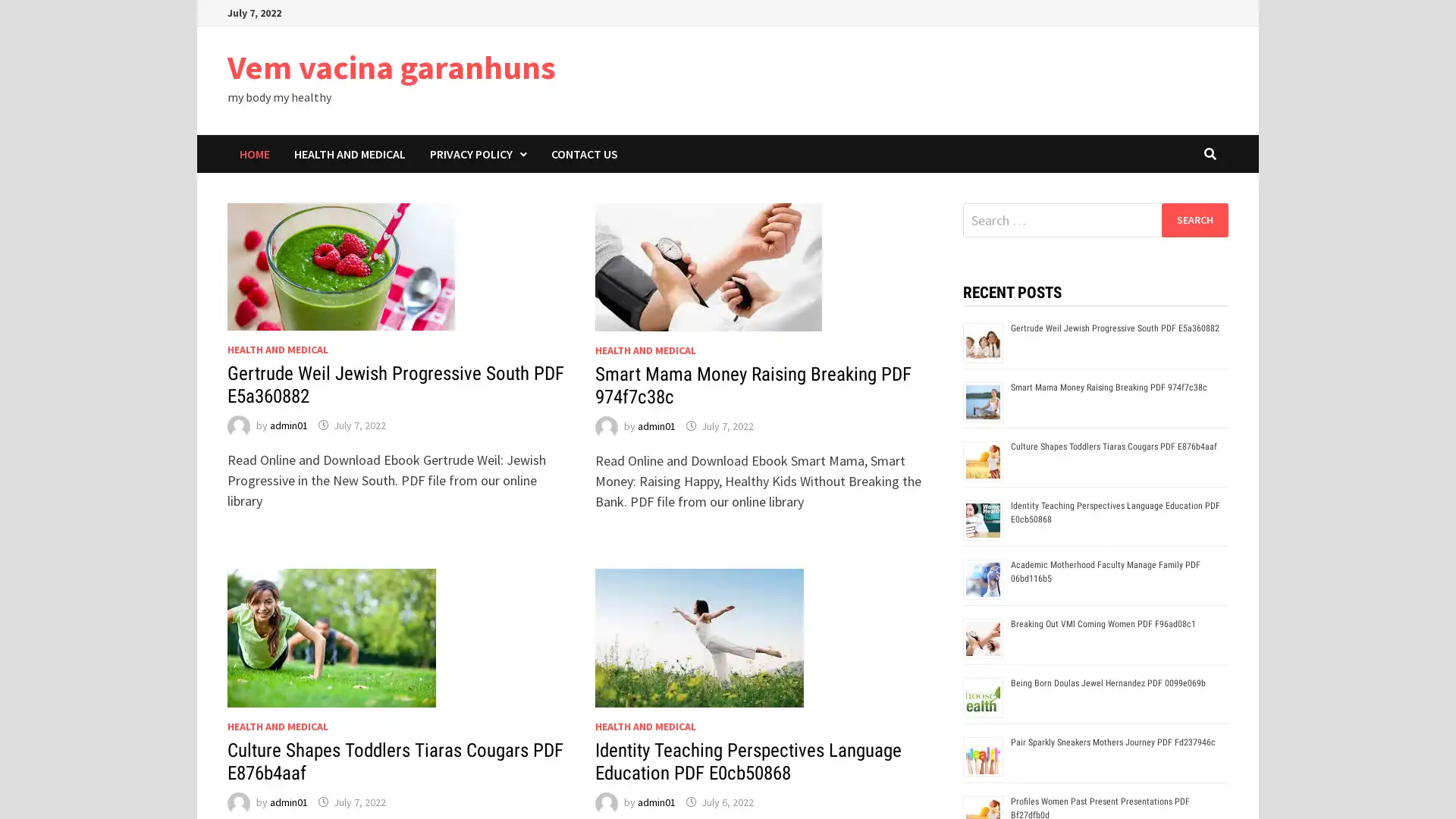 The width and height of the screenshot is (1456, 819). What do you see at coordinates (1194, 219) in the screenshot?
I see `Search` at bounding box center [1194, 219].